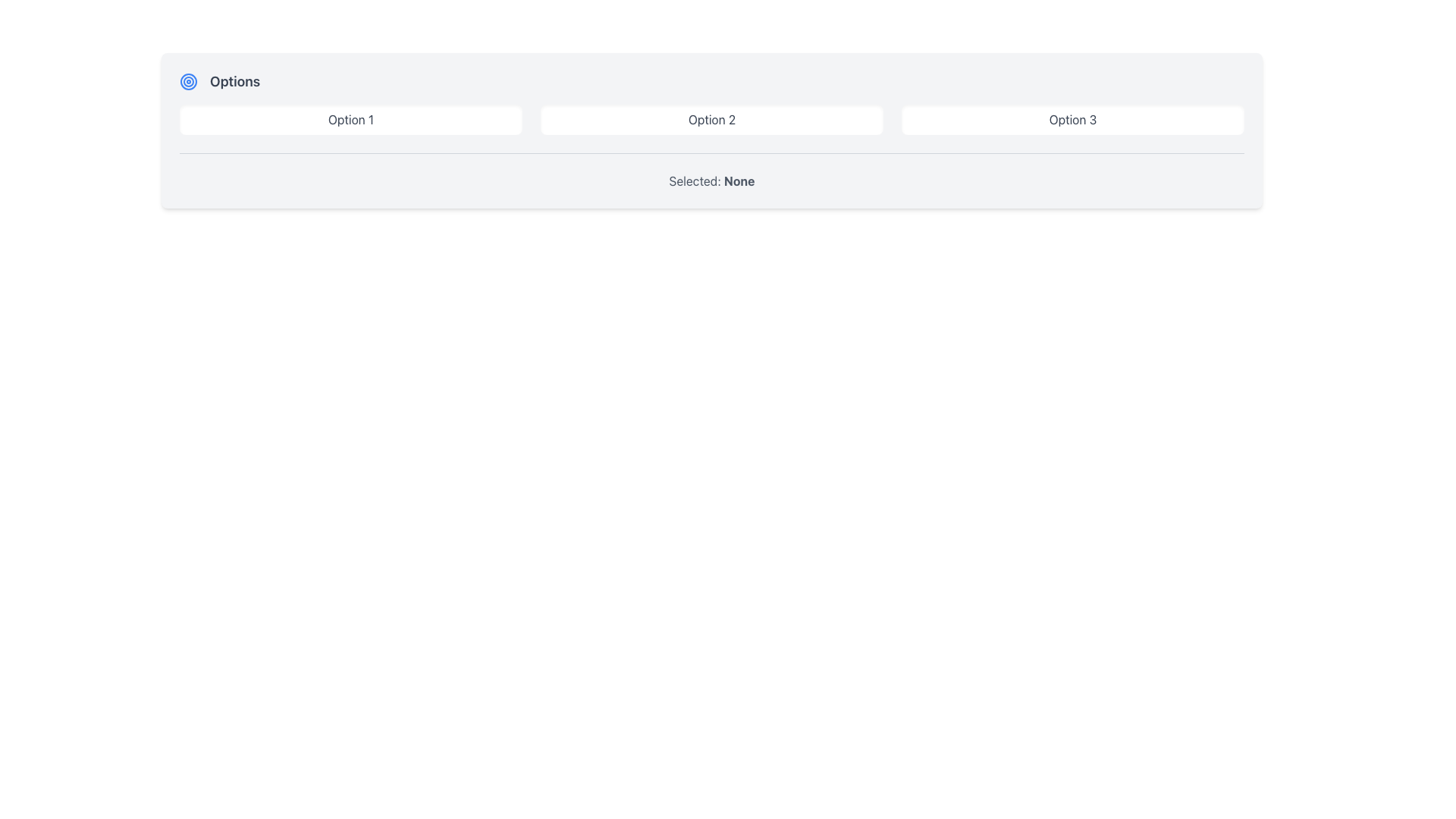  Describe the element at coordinates (1072, 119) in the screenshot. I see `the button labeled 'Option 3', which is the third button in a horizontal row of three buttons` at that location.